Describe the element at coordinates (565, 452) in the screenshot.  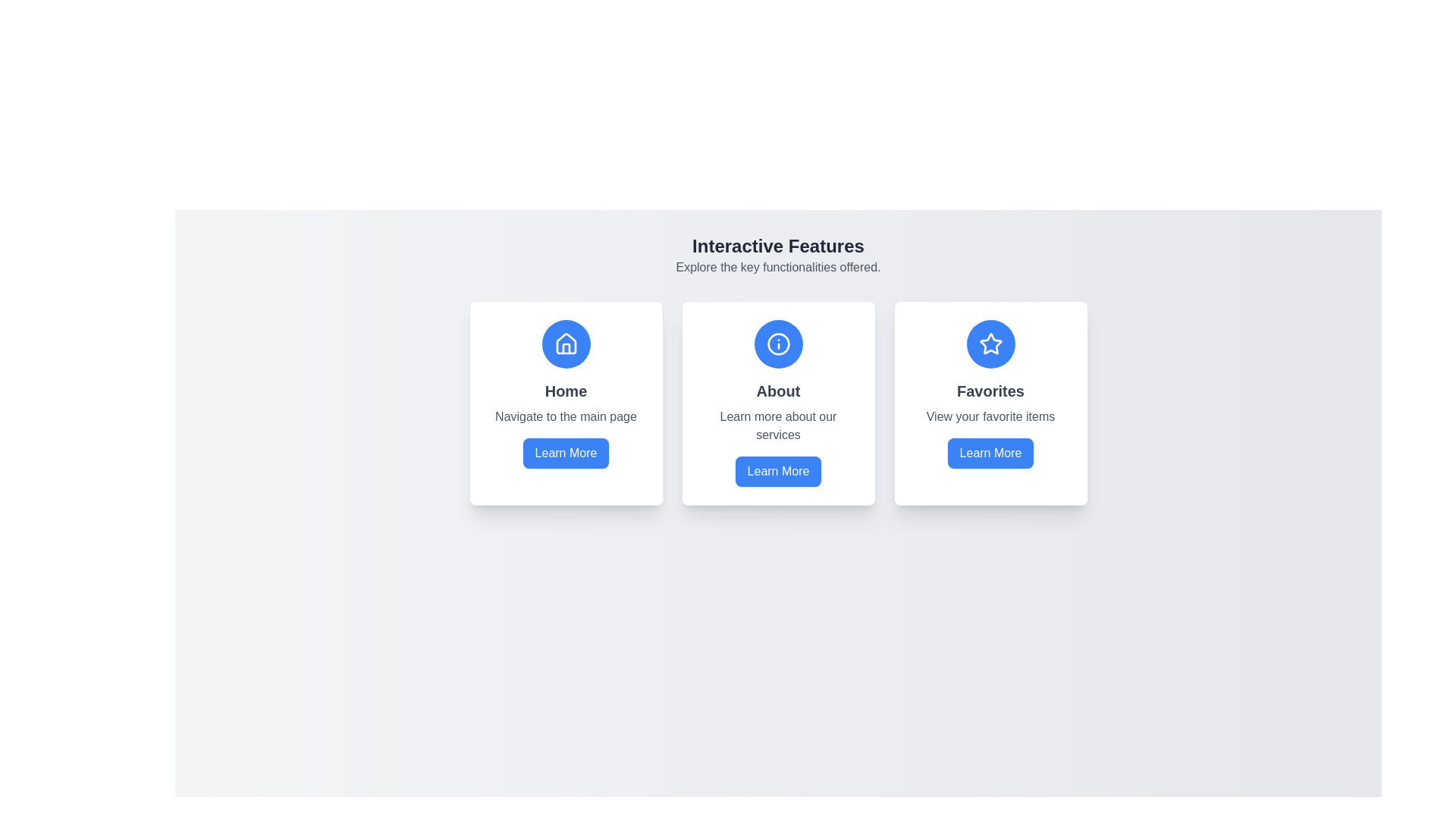
I see `the button located at the bottom of the 'Home' card, below the text 'Navigate to the main page', to observe visual feedback` at that location.